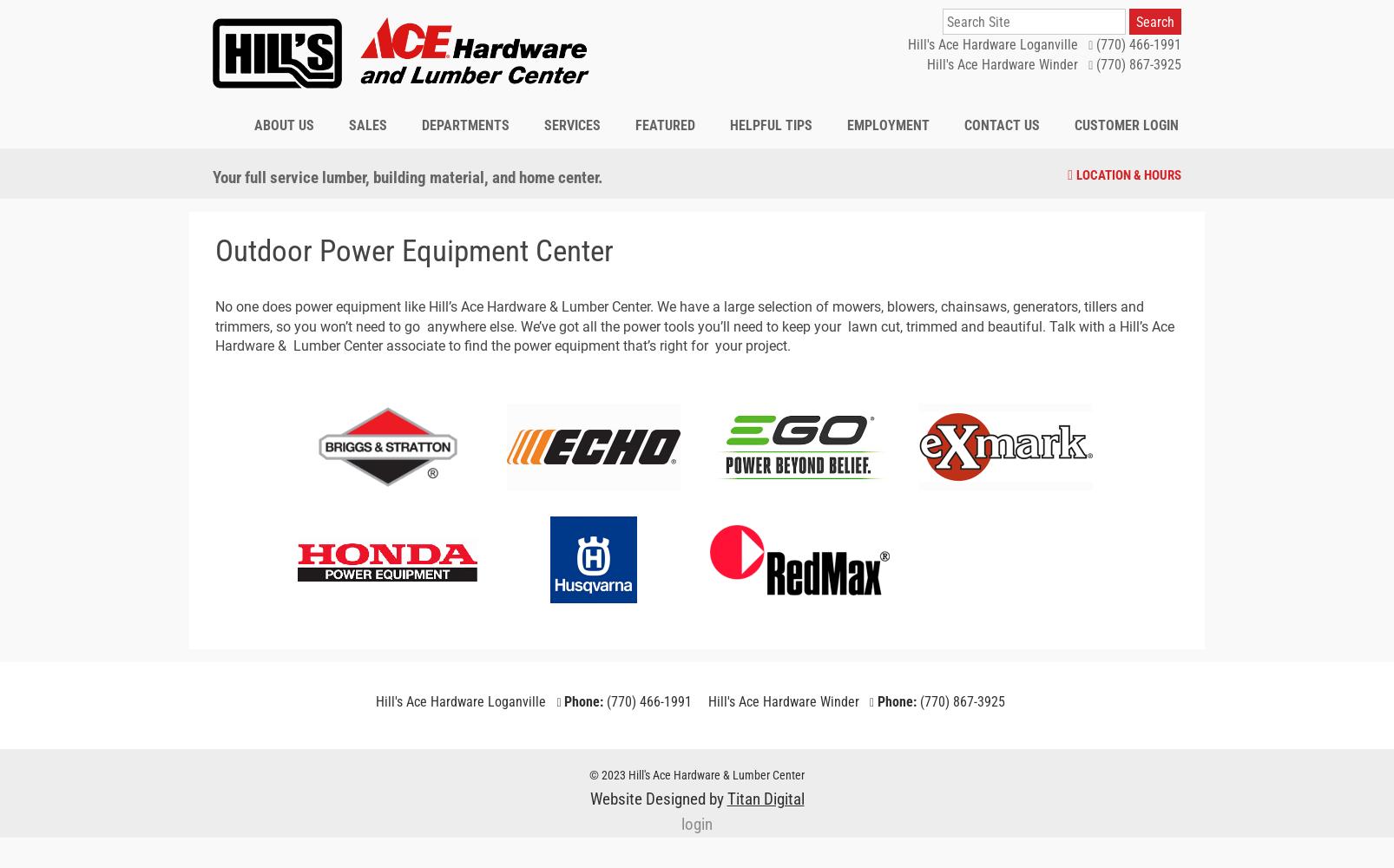 This screenshot has width=1394, height=868. What do you see at coordinates (665, 124) in the screenshot?
I see `'Featured'` at bounding box center [665, 124].